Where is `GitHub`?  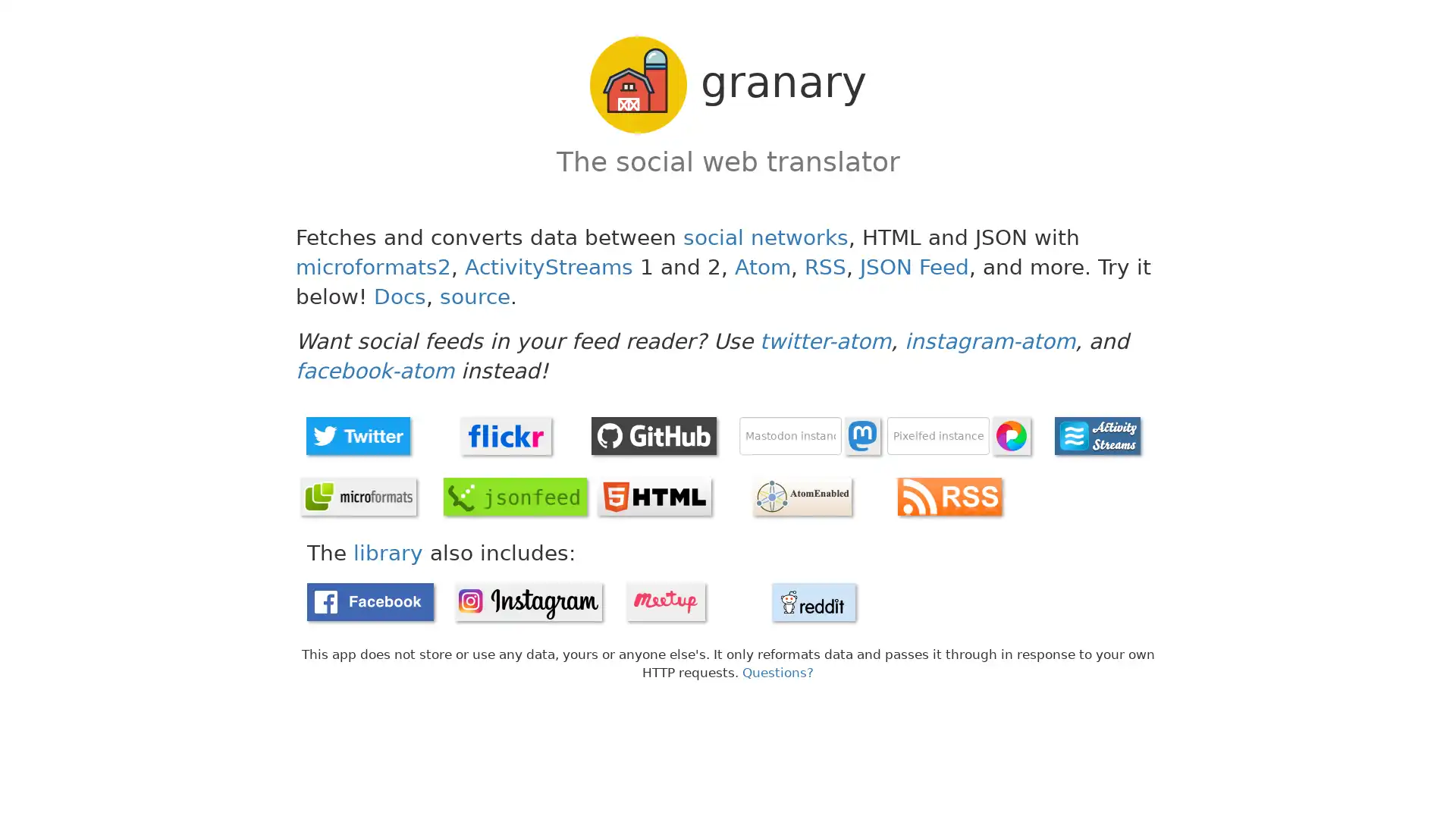 GitHub is located at coordinates (654, 435).